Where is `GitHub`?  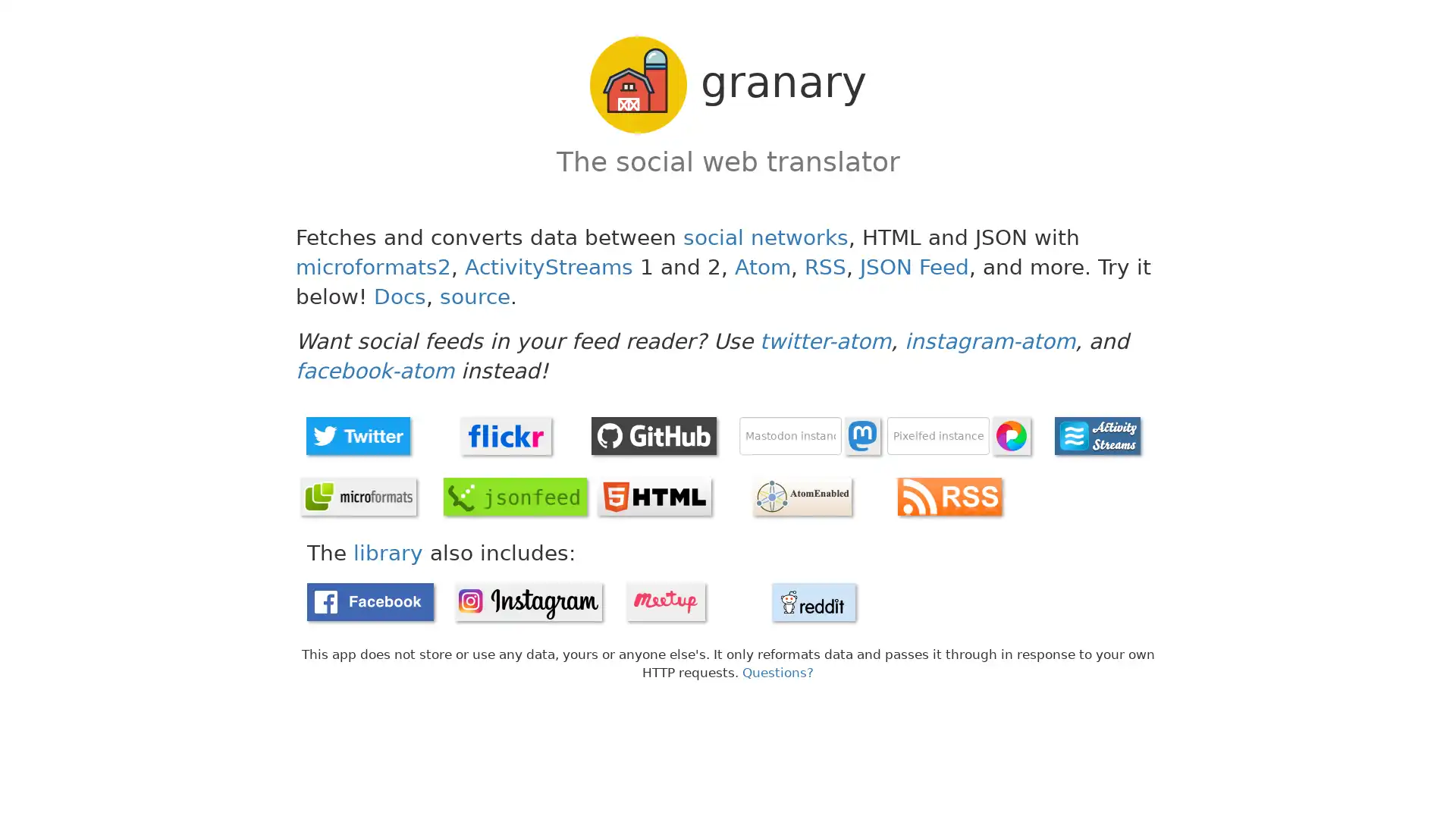 GitHub is located at coordinates (654, 435).